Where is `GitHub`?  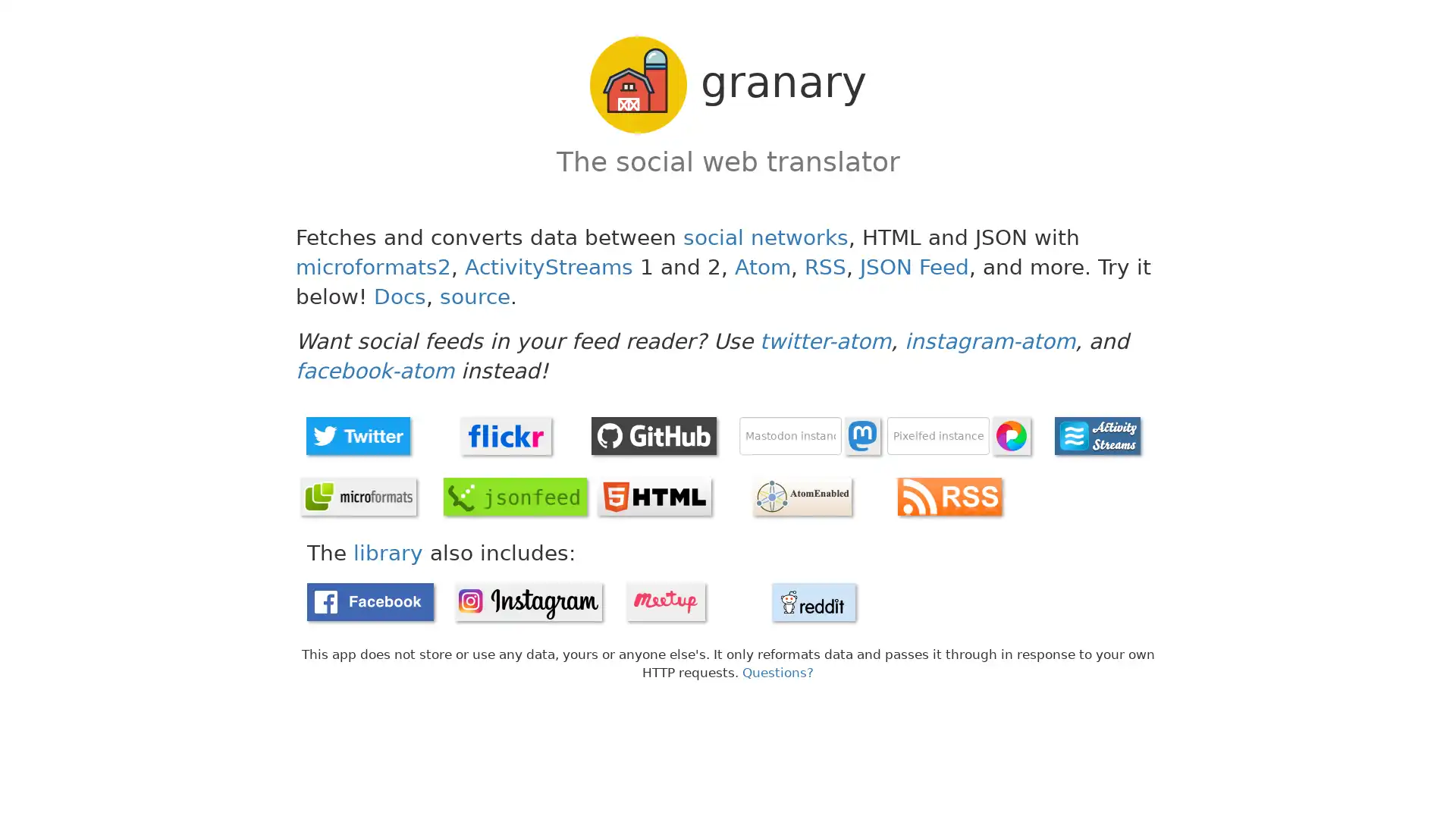 GitHub is located at coordinates (654, 435).